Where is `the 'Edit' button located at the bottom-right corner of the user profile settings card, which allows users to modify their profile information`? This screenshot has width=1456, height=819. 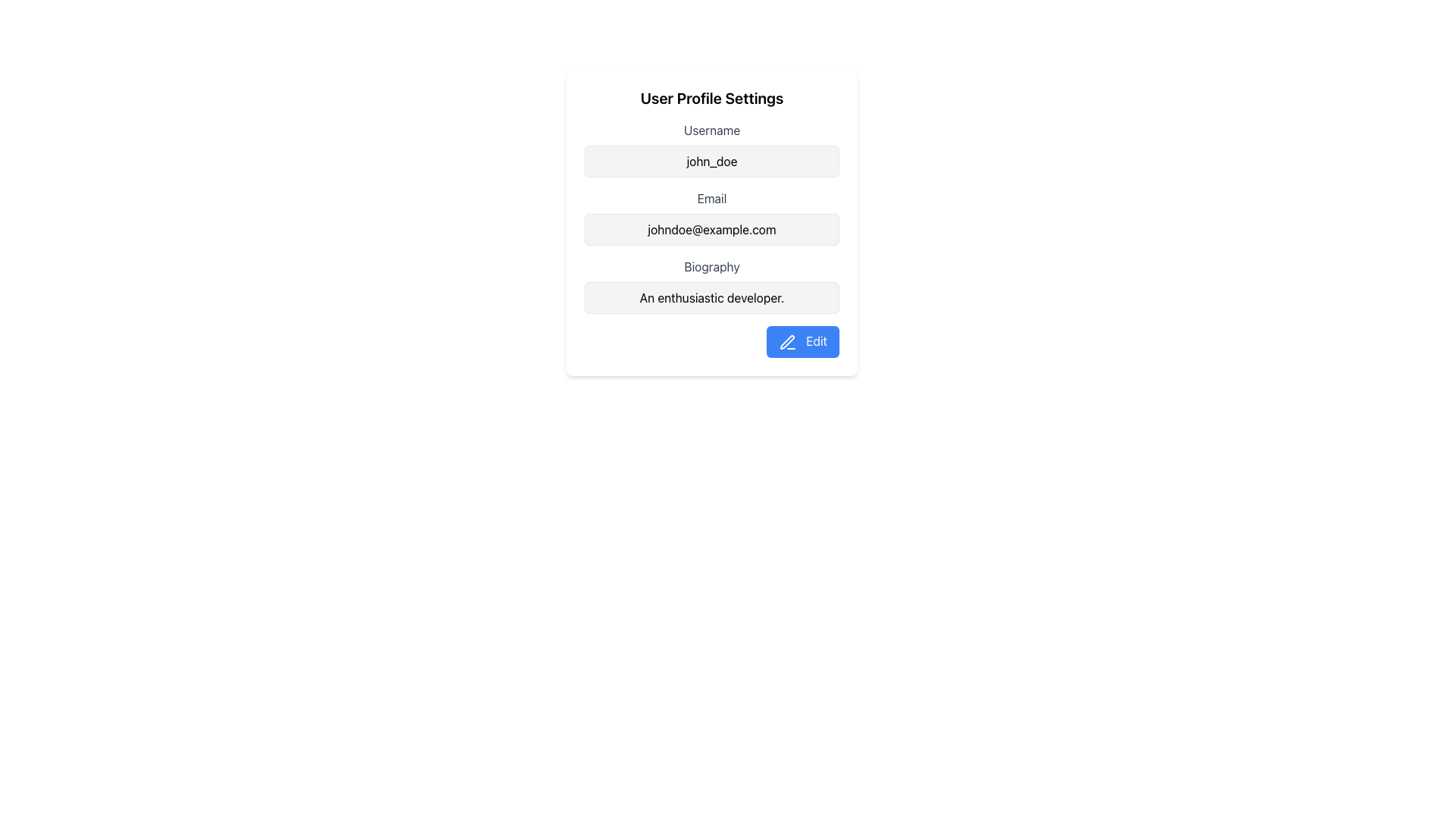
the 'Edit' button located at the bottom-right corner of the user profile settings card, which allows users to modify their profile information is located at coordinates (802, 341).